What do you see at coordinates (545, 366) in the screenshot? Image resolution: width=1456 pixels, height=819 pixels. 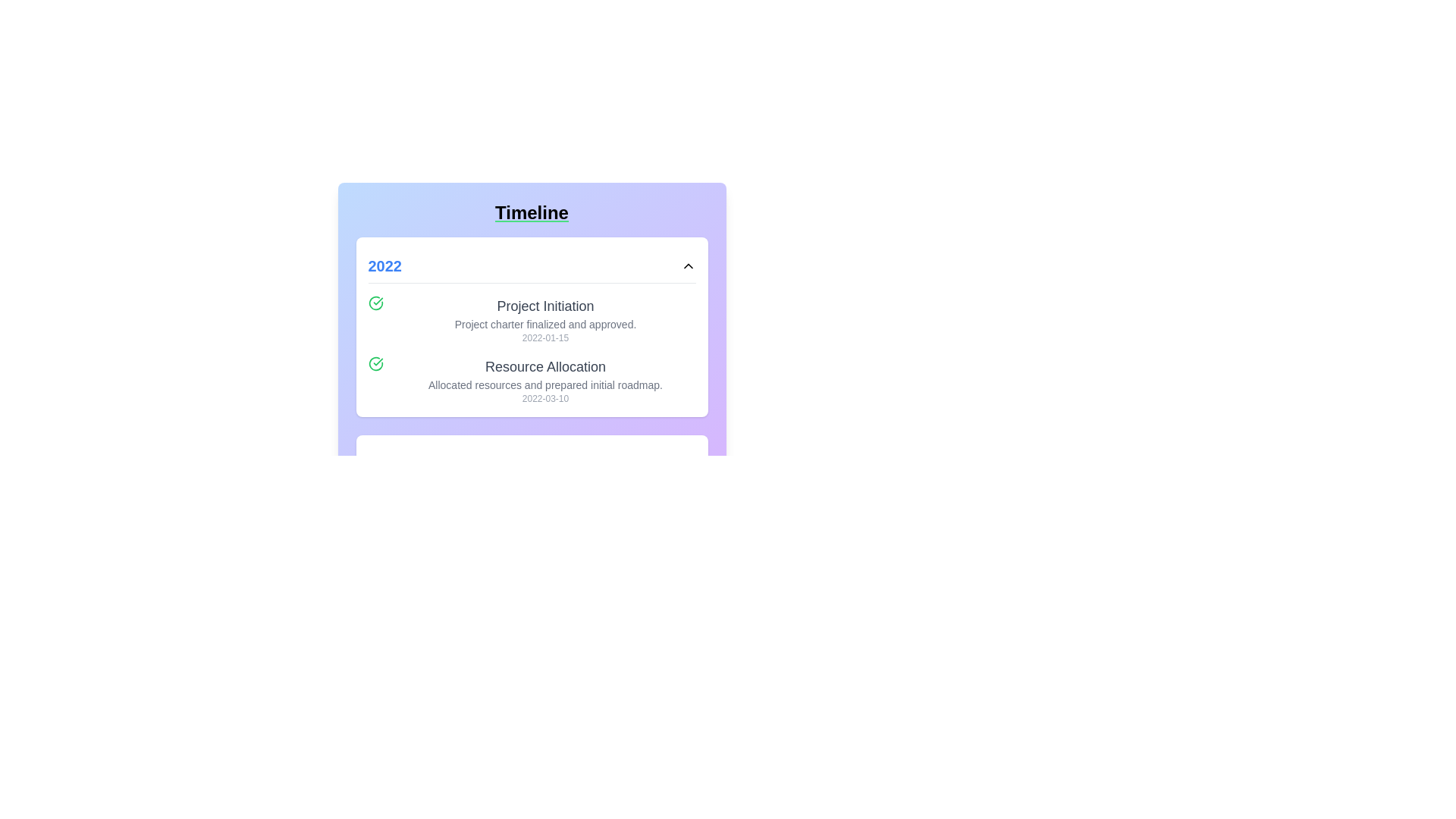 I see `the text label displaying 'Resource Allocation', which is the title of a timeline event located just below 'Project Initiation' and centered horizontally in the timeline card` at bounding box center [545, 366].